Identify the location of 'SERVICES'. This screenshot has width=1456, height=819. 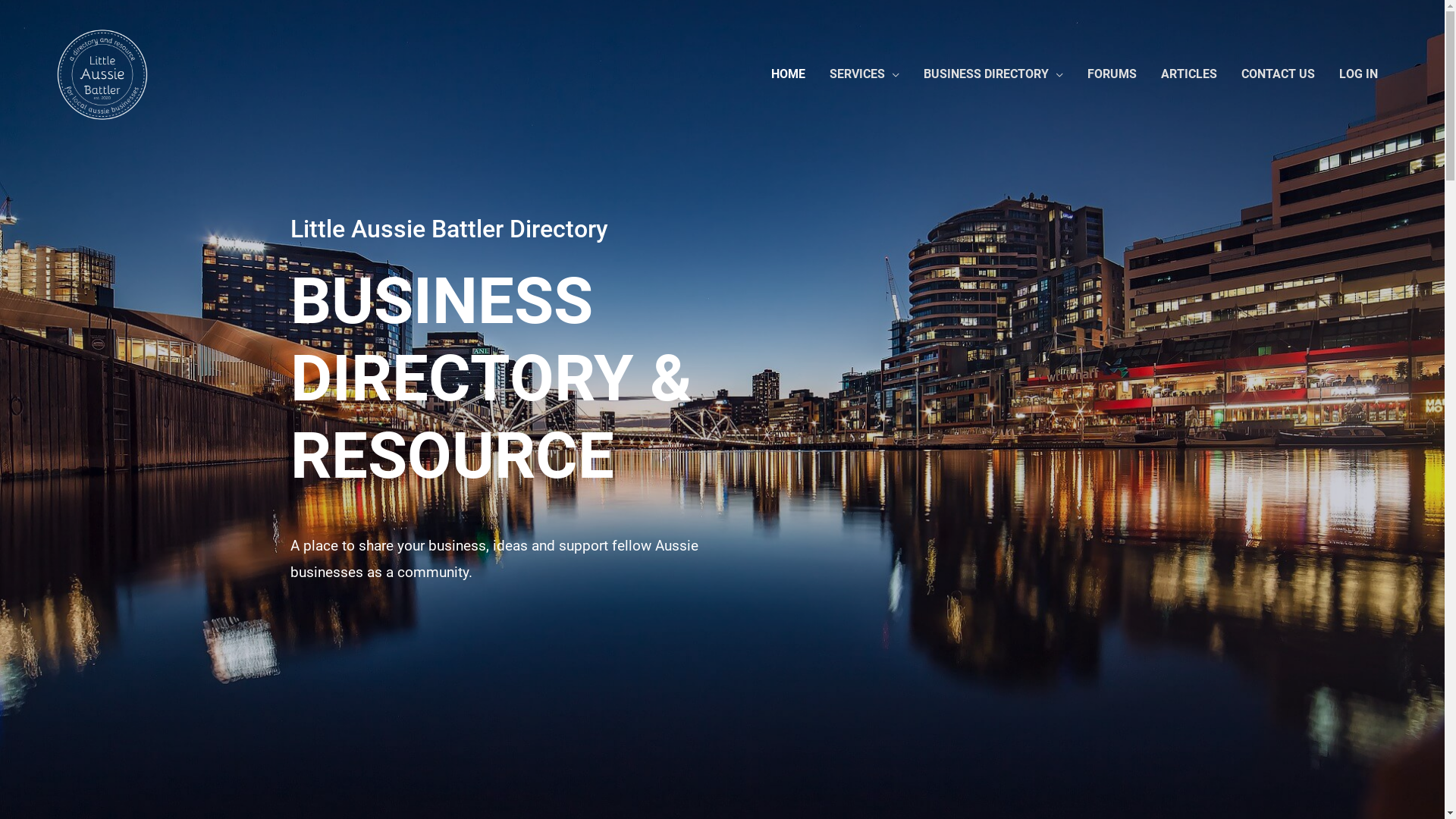
(864, 74).